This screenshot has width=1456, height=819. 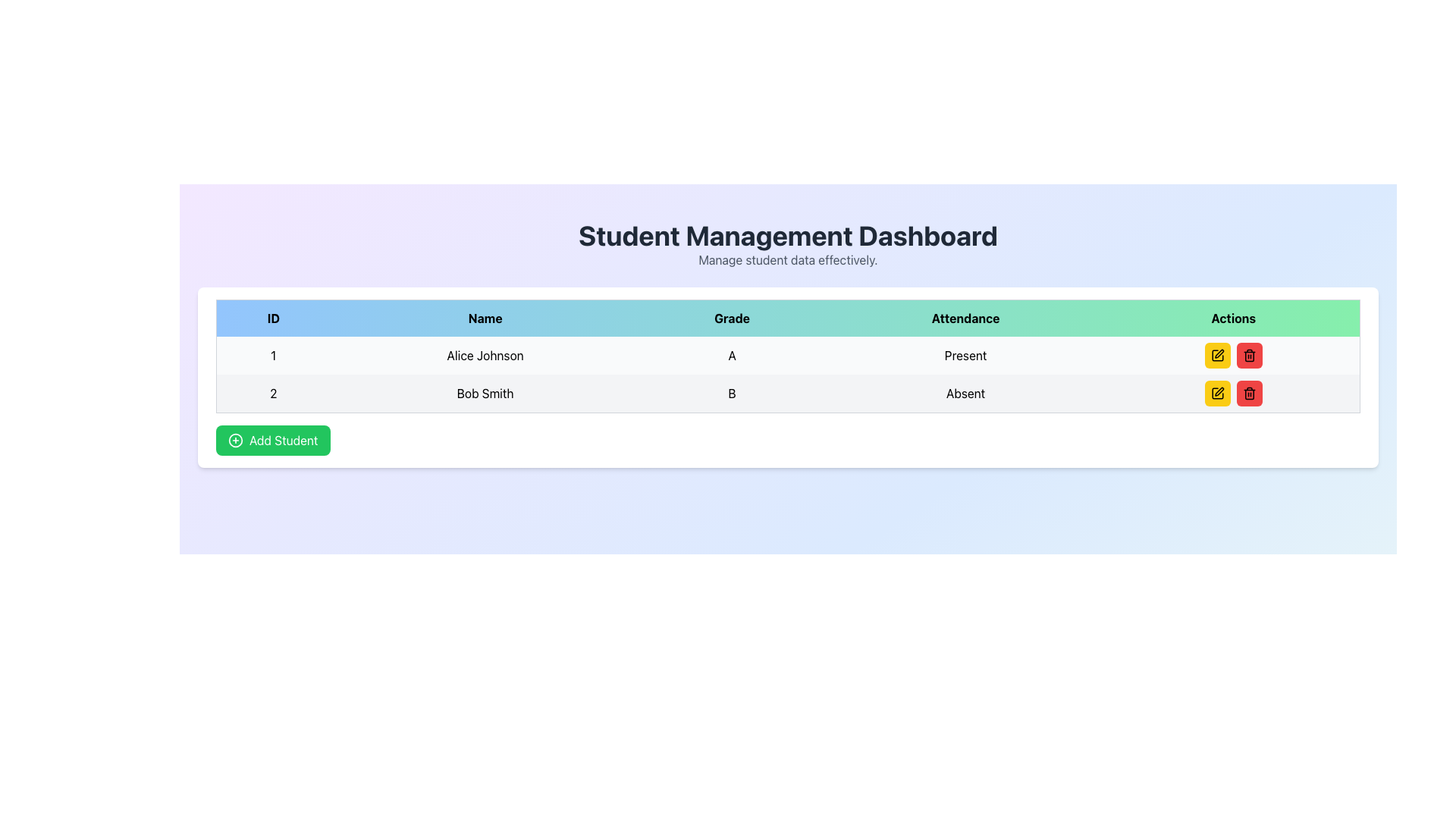 What do you see at coordinates (1249, 393) in the screenshot?
I see `the red delete button with a trash can icon located in the rightmost position of the second row's action buttons for keyboard interaction` at bounding box center [1249, 393].